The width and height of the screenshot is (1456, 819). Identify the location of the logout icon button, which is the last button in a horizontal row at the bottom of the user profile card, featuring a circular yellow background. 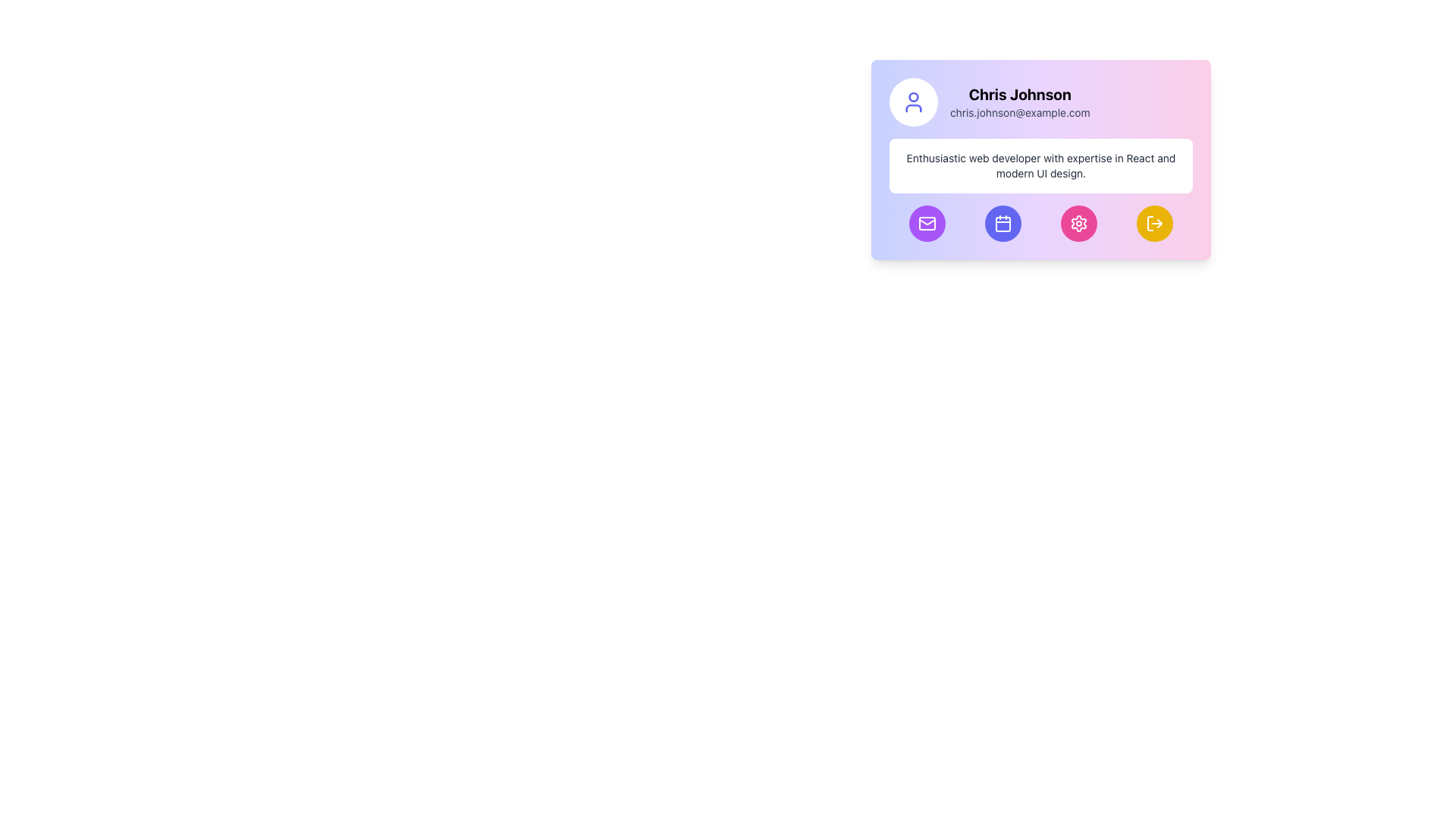
(1153, 223).